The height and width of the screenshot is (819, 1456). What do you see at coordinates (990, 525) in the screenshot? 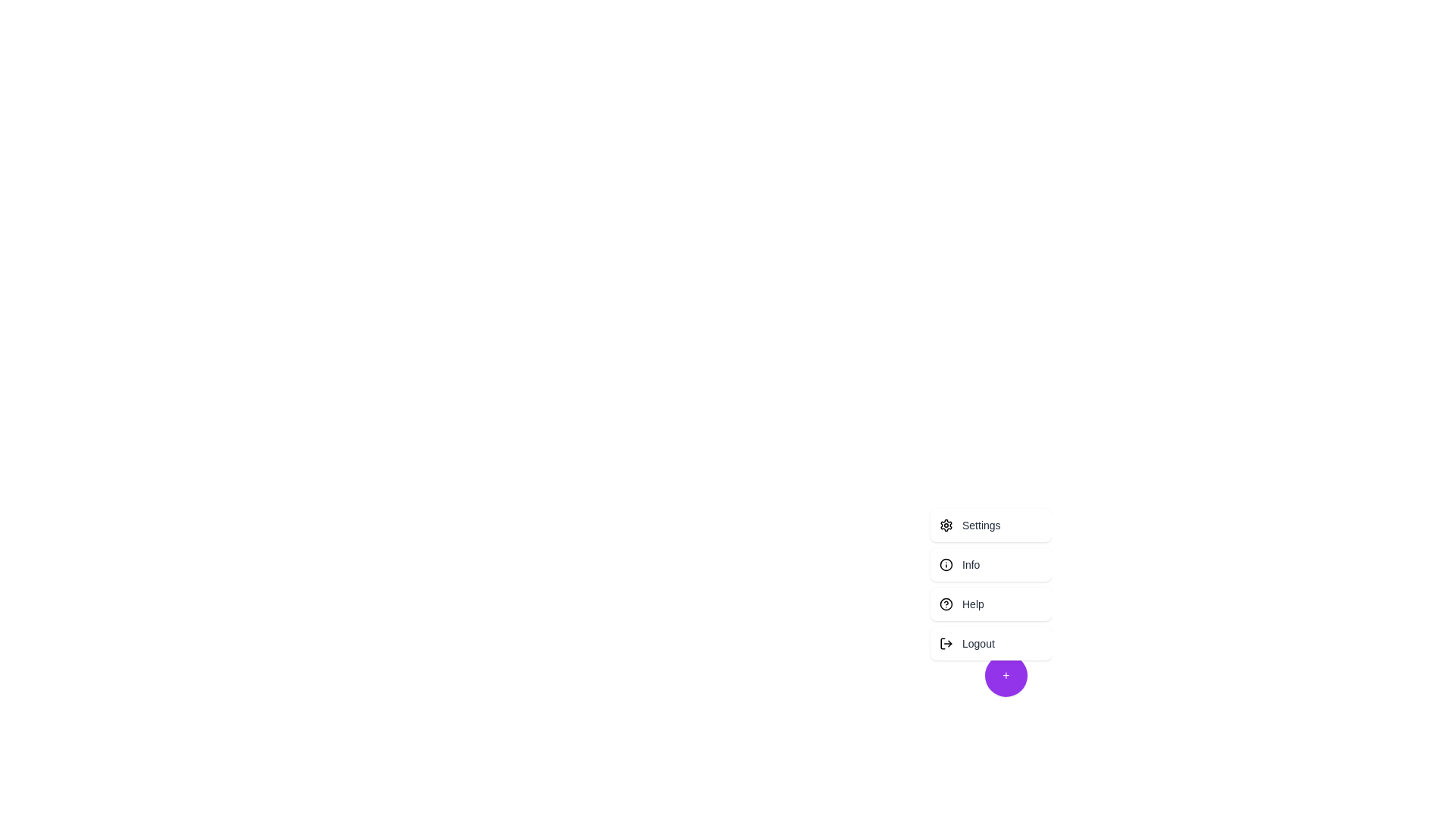
I see `the menu option Settings by clicking on it` at bounding box center [990, 525].